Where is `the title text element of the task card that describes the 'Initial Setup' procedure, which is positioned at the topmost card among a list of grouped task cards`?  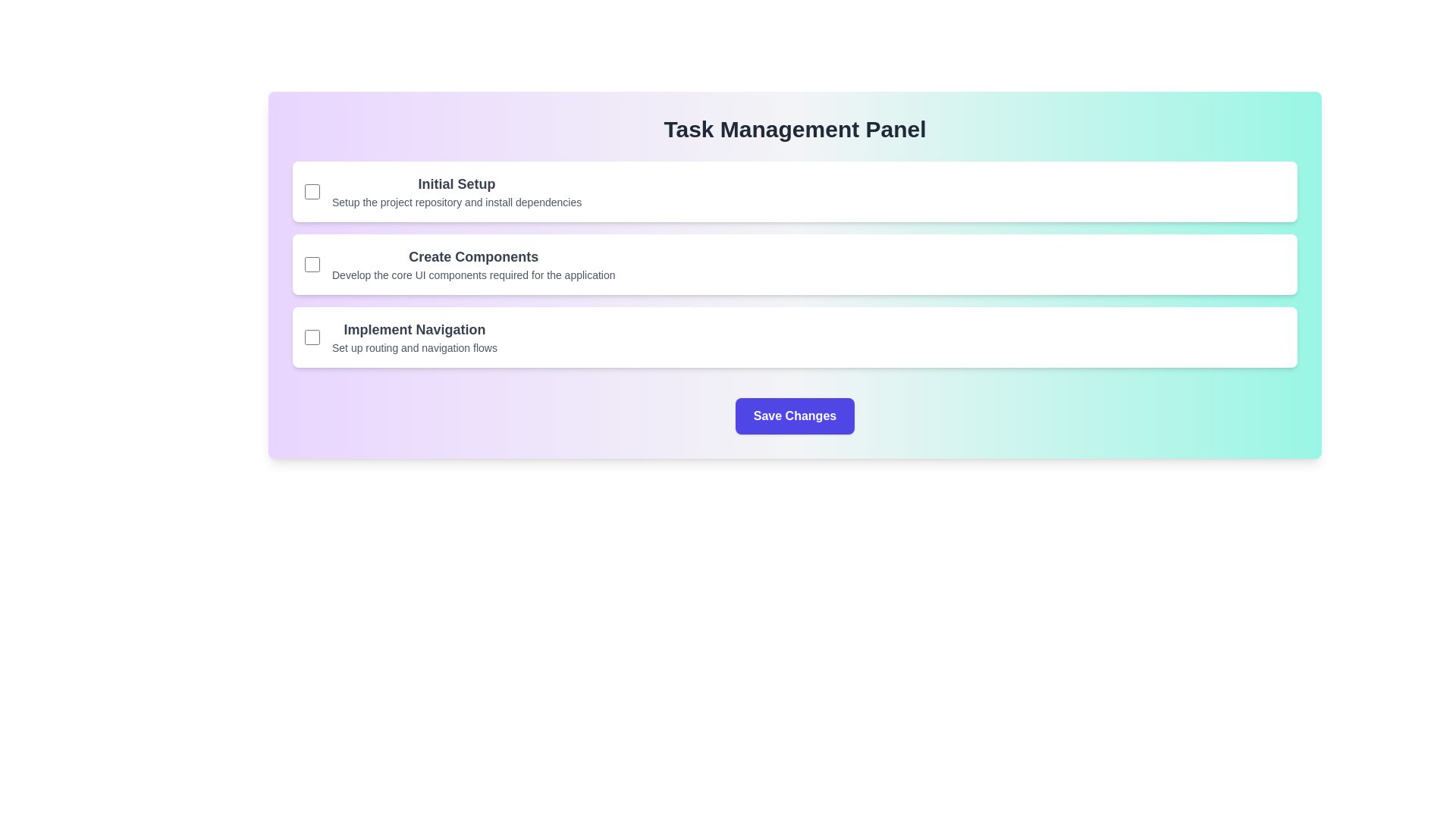
the title text element of the task card that describes the 'Initial Setup' procedure, which is positioned at the topmost card among a list of grouped task cards is located at coordinates (456, 184).